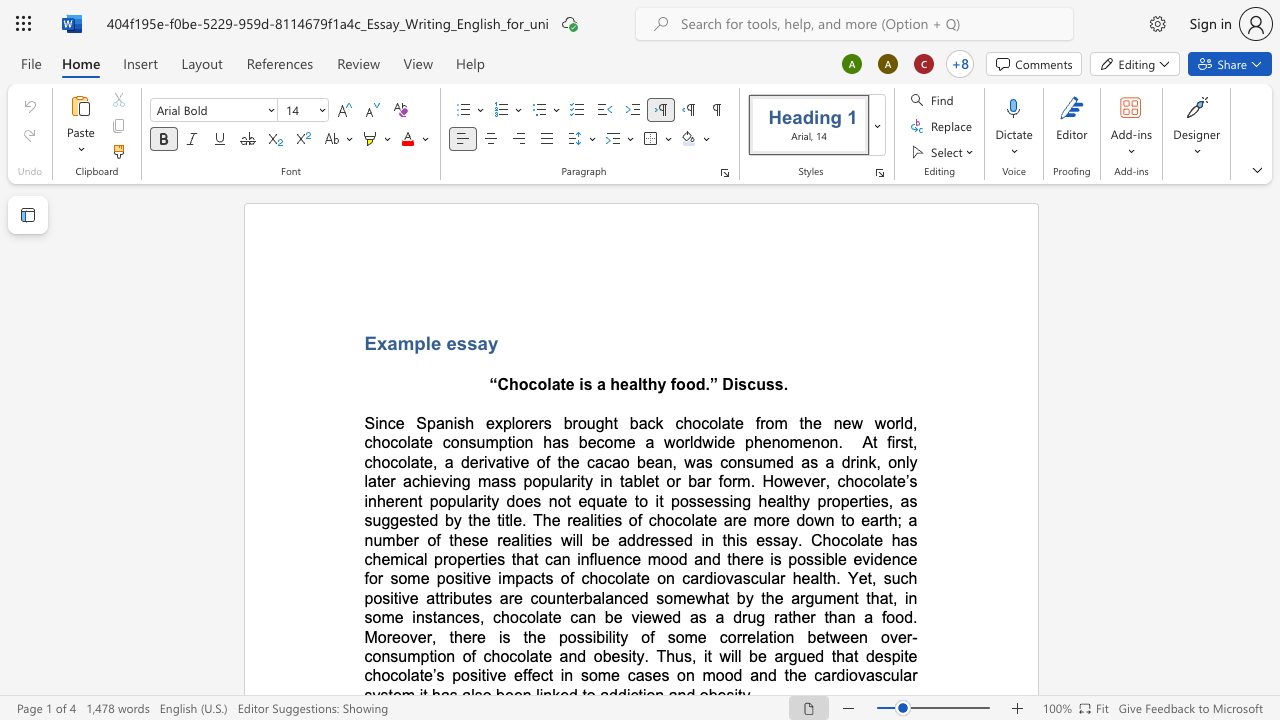  I want to click on the space between the continuous character "c" and "o" in the text, so click(537, 384).